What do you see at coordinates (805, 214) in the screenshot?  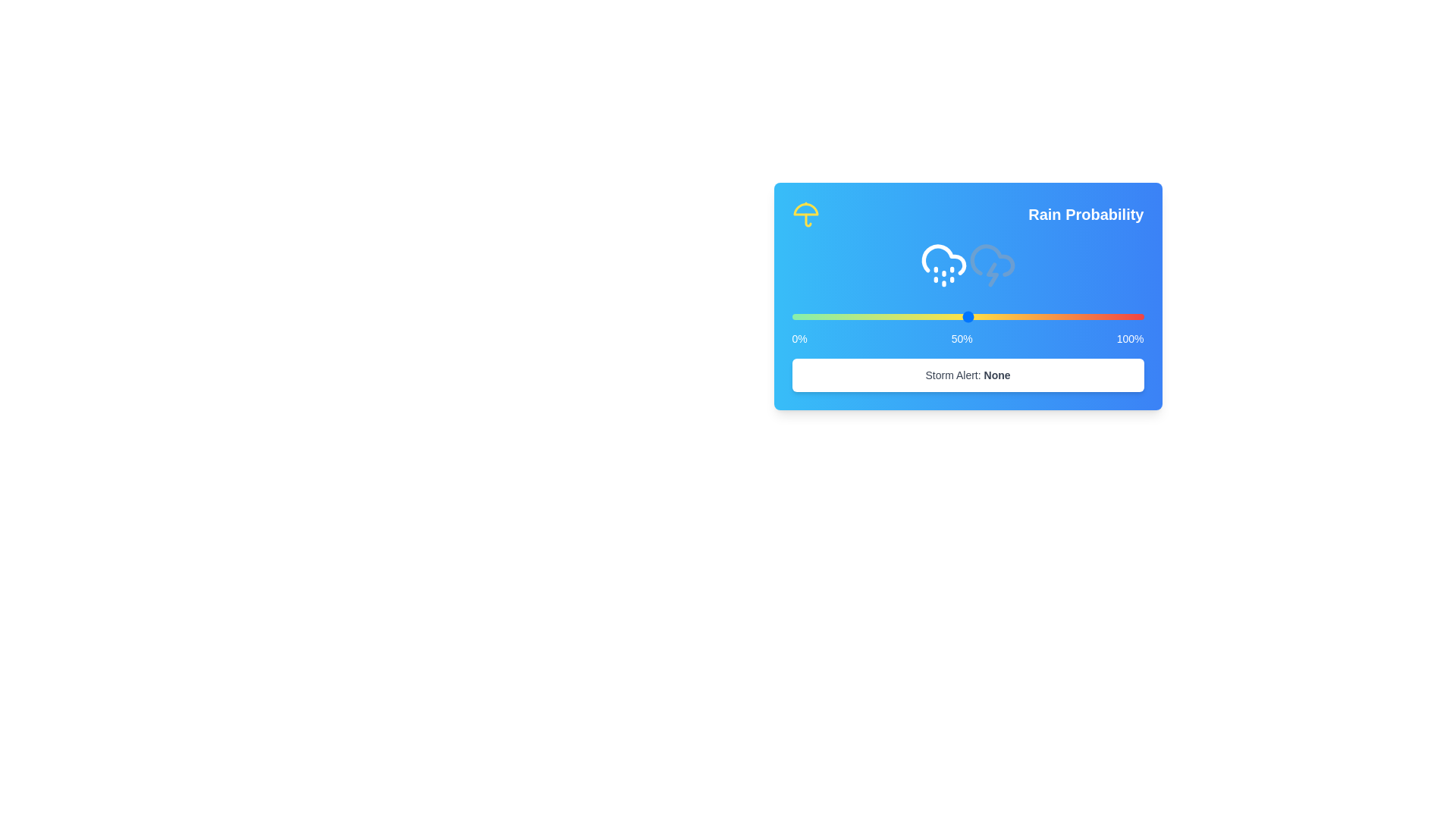 I see `the umbrella icon` at bounding box center [805, 214].